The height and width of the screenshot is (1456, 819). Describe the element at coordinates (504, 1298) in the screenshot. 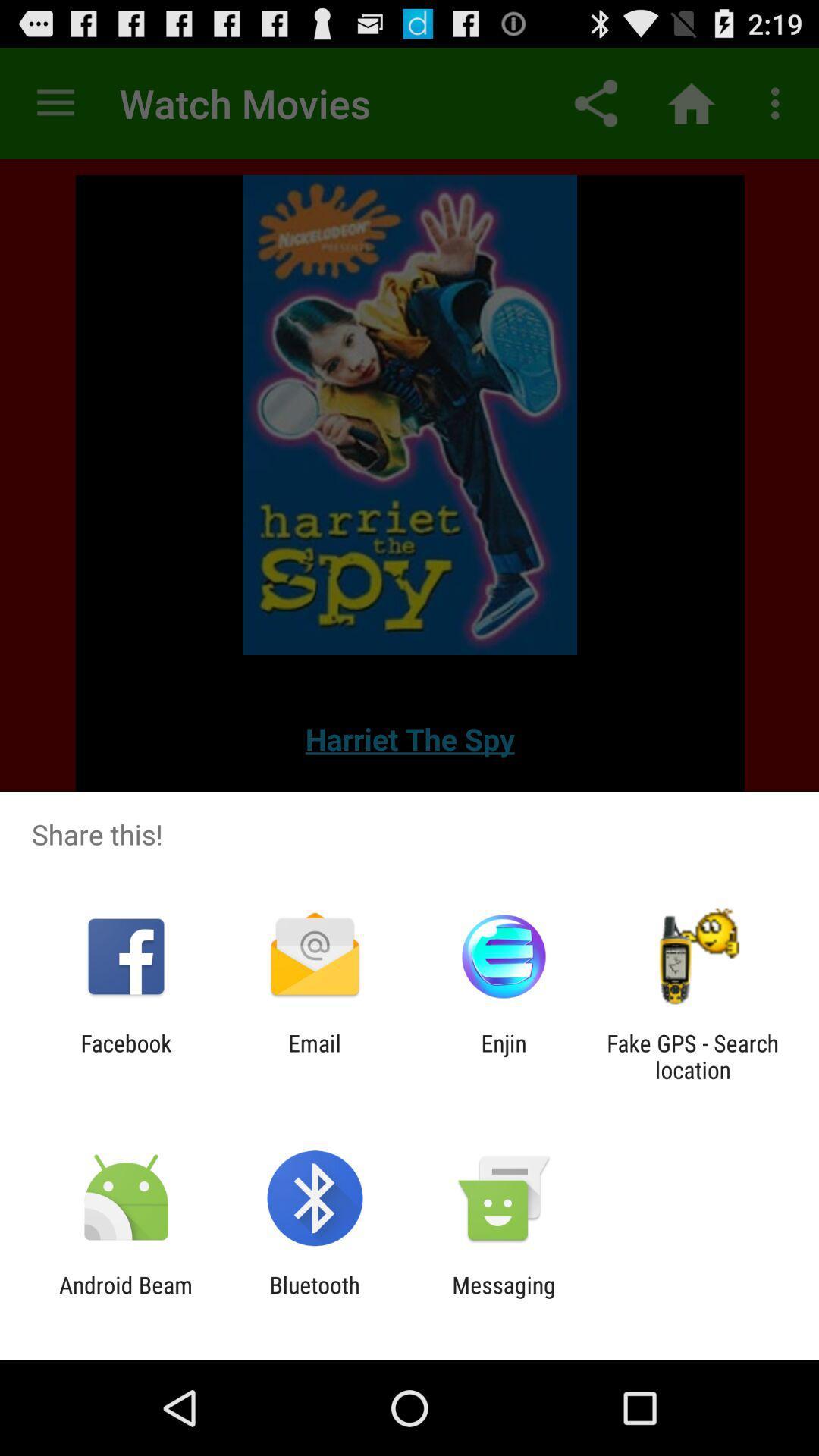

I see `item to the right of the bluetooth item` at that location.